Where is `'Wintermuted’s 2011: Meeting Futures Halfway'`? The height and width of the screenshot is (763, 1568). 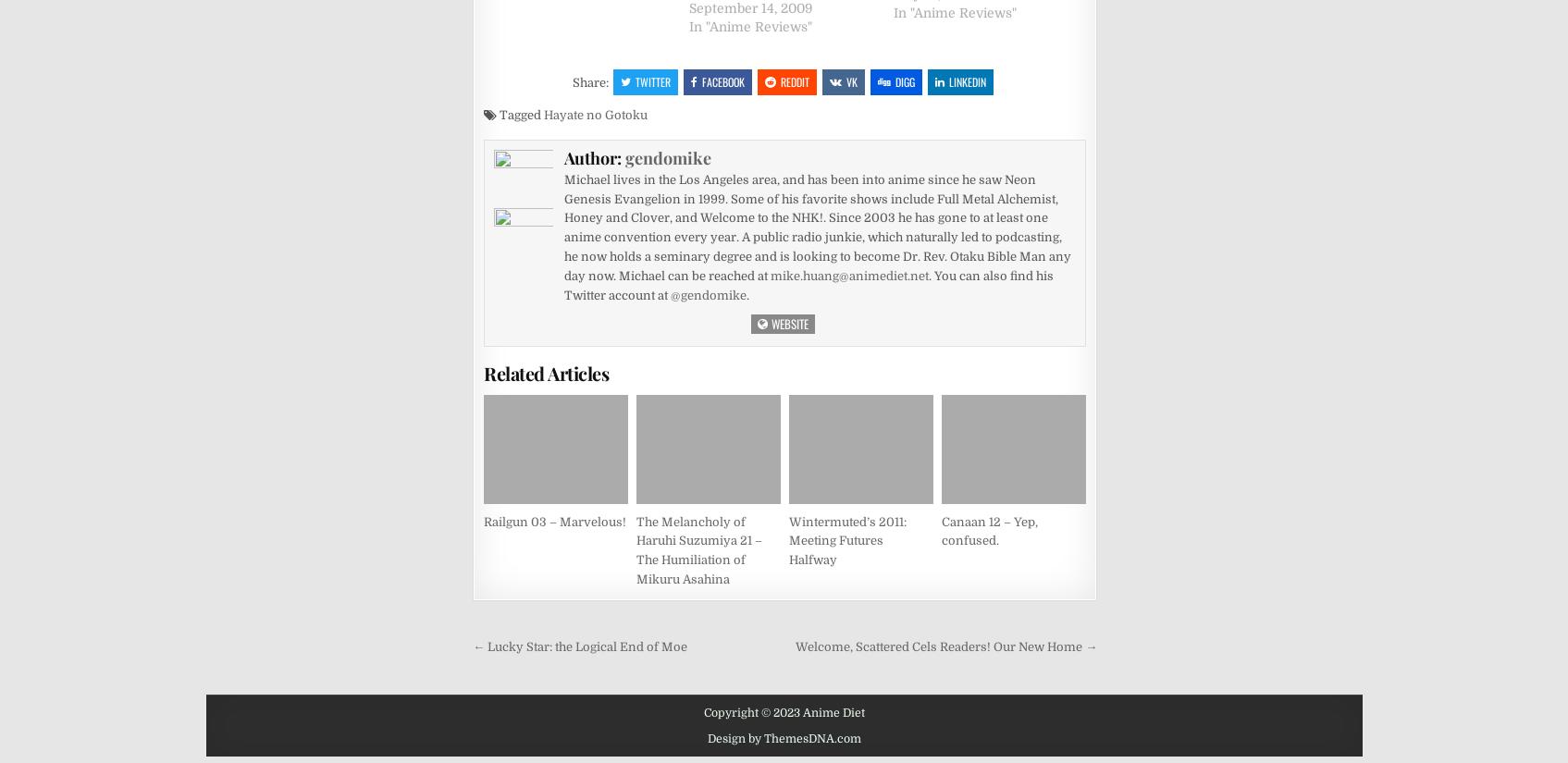
'Wintermuted’s 2011: Meeting Futures Halfway' is located at coordinates (847, 539).